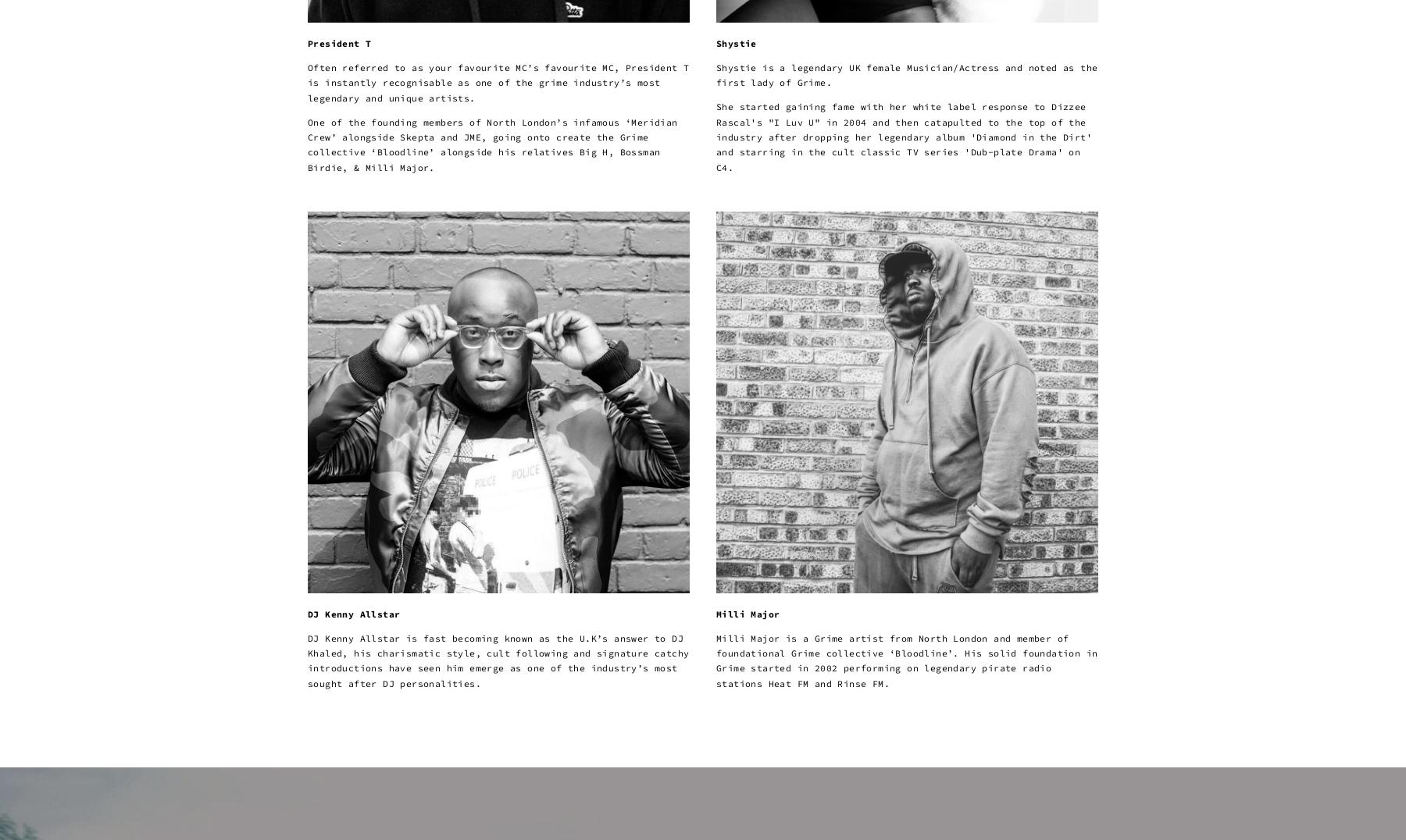 Image resolution: width=1406 pixels, height=840 pixels. What do you see at coordinates (735, 42) in the screenshot?
I see `'Shystie'` at bounding box center [735, 42].